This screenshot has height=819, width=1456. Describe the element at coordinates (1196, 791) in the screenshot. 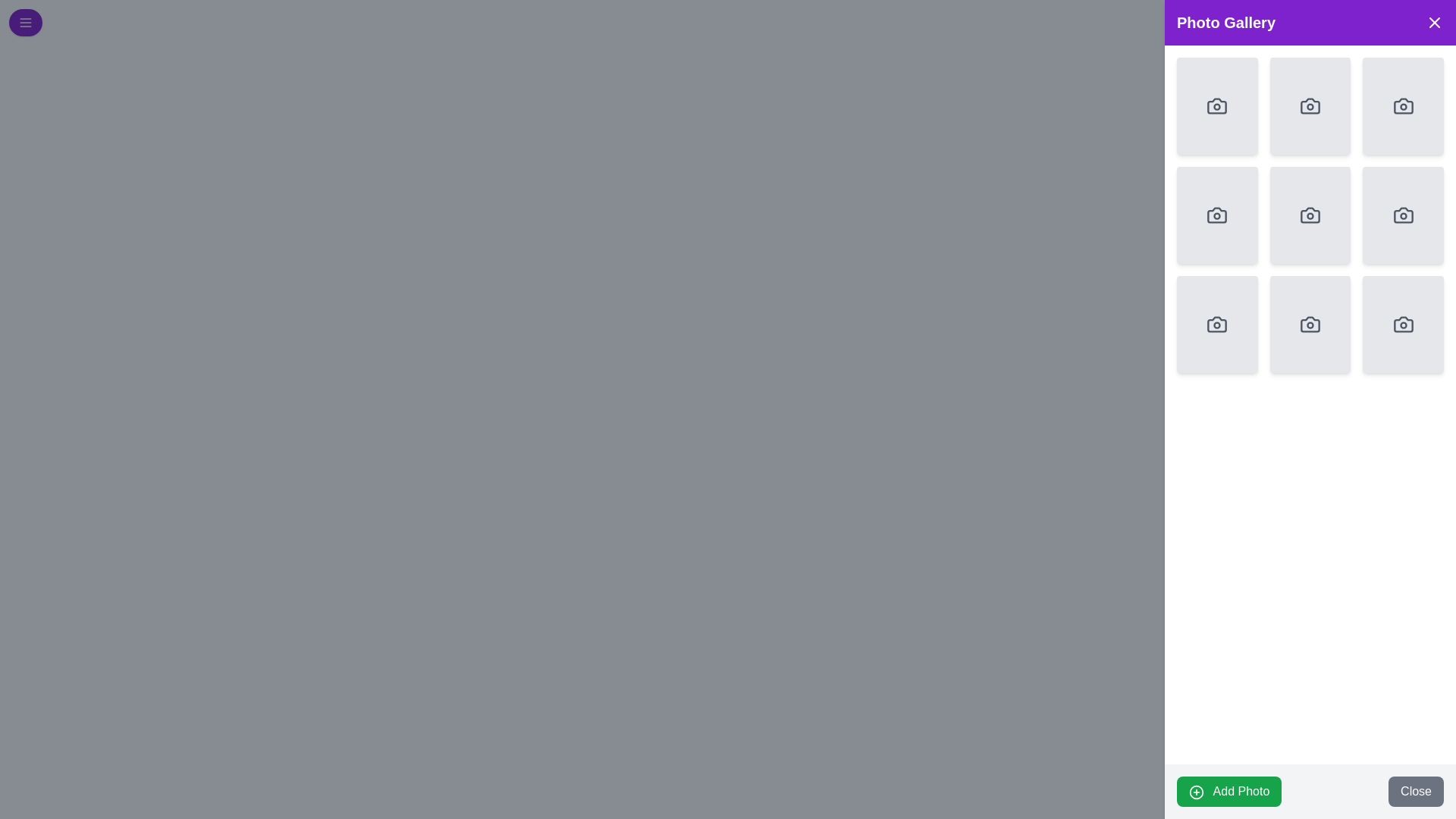

I see `the circular icon with a plus symbol located to the left of the 'Add Photo' button's text if the button functionality is tied to it` at that location.